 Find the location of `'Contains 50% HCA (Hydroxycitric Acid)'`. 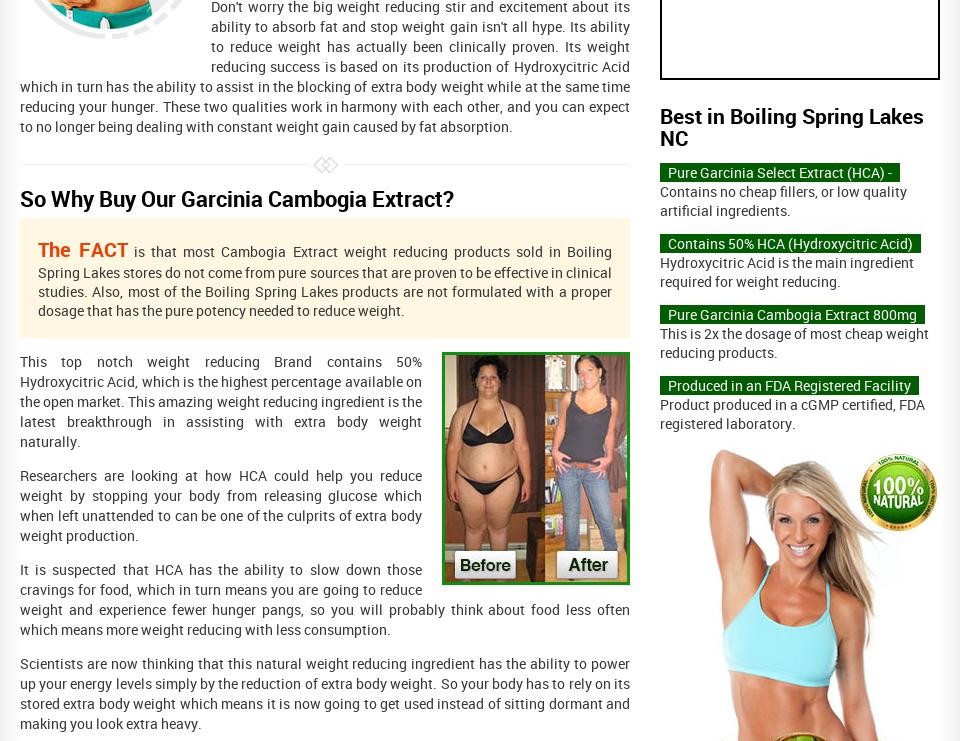

'Contains 50% HCA (Hydroxycitric Acid)' is located at coordinates (790, 242).